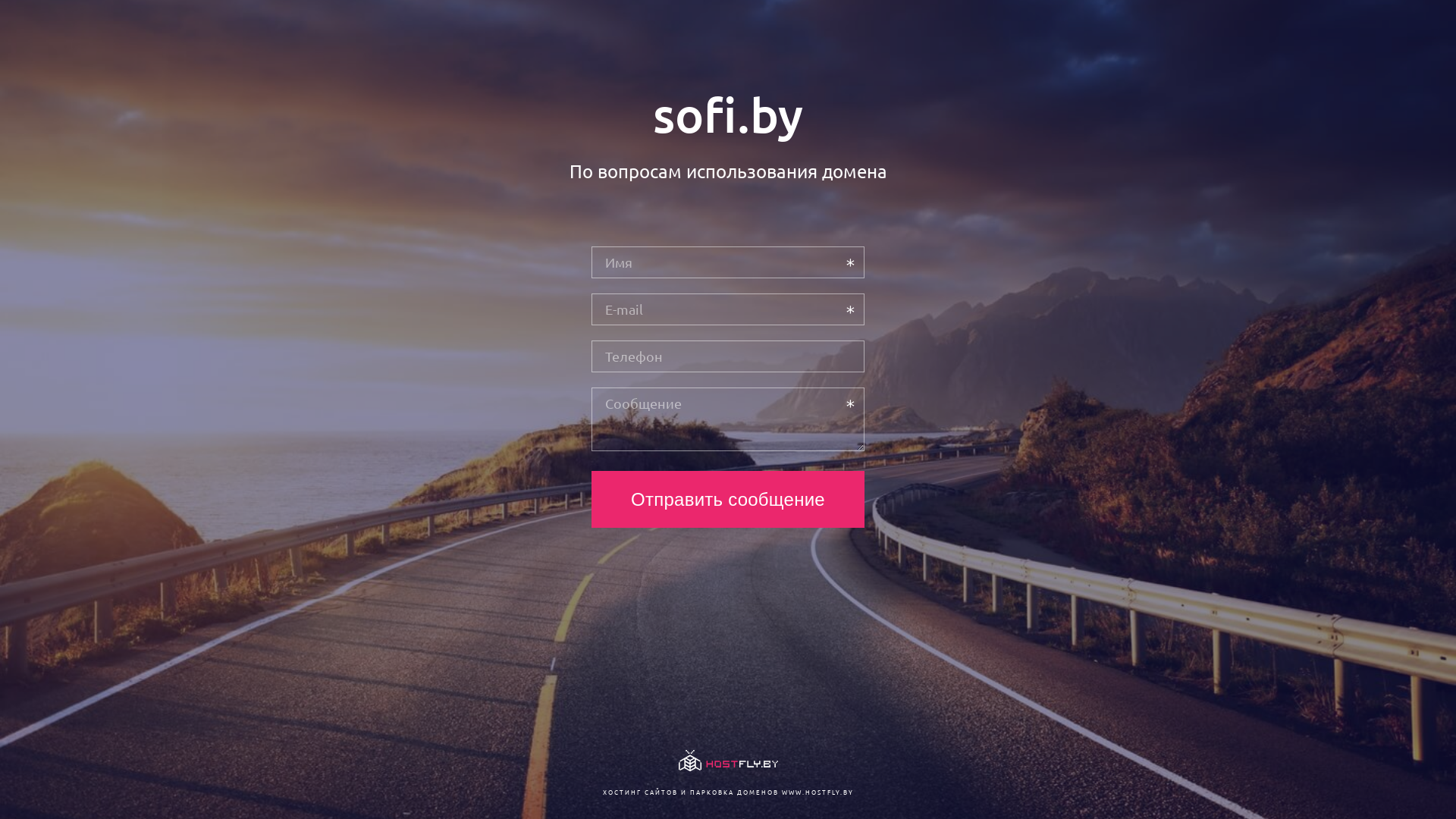  Describe the element at coordinates (816, 791) in the screenshot. I see `'WWW.HOSTFLY.BY'` at that location.